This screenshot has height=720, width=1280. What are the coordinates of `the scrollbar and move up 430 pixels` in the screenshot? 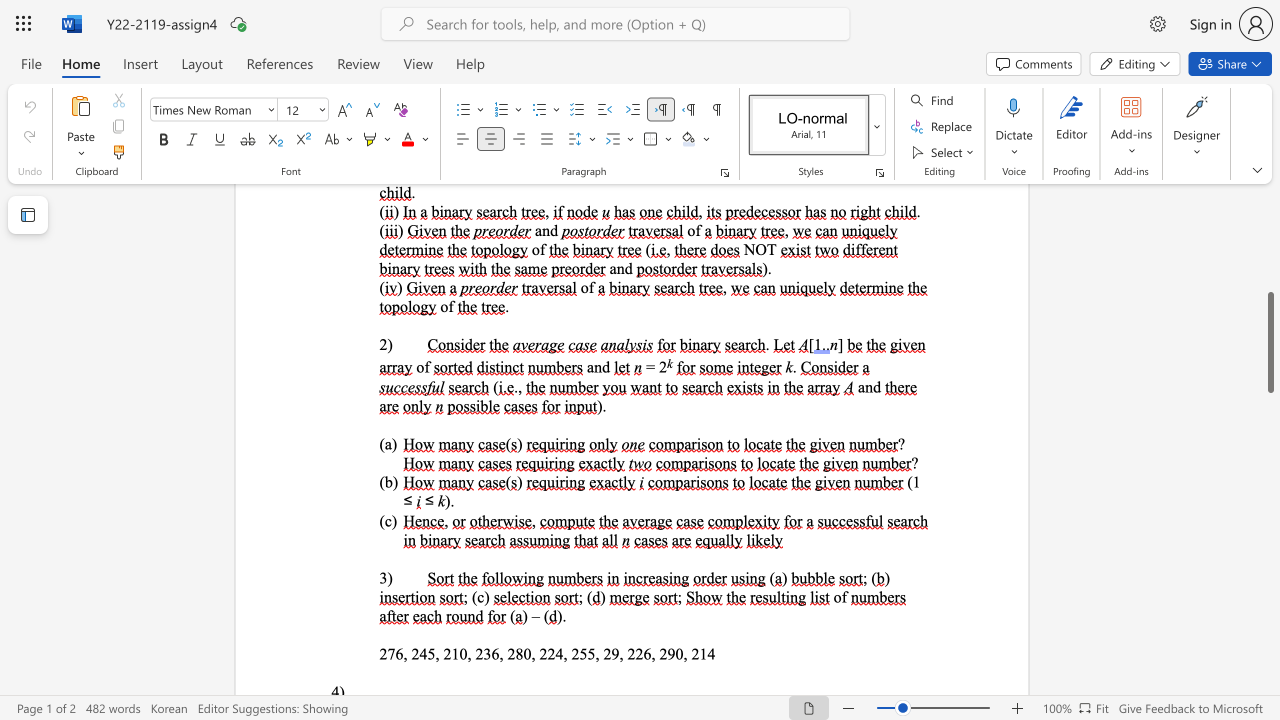 It's located at (1269, 341).